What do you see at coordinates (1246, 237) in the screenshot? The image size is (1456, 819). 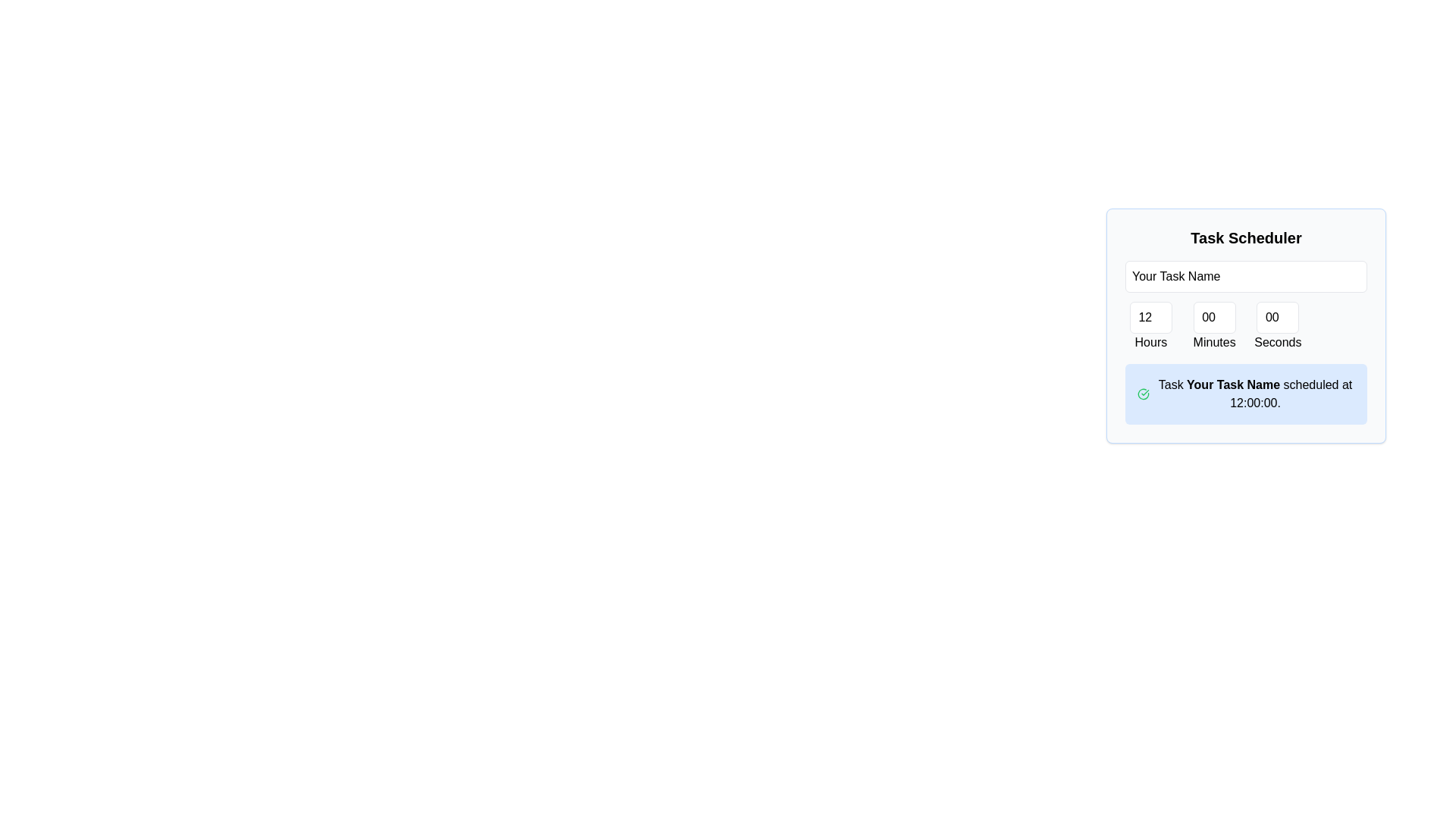 I see `the header text element displaying 'Task Scheduler', which is bold, centered, and large, positioned at the top of the form section above the input box labeled 'Your Task Name'` at bounding box center [1246, 237].